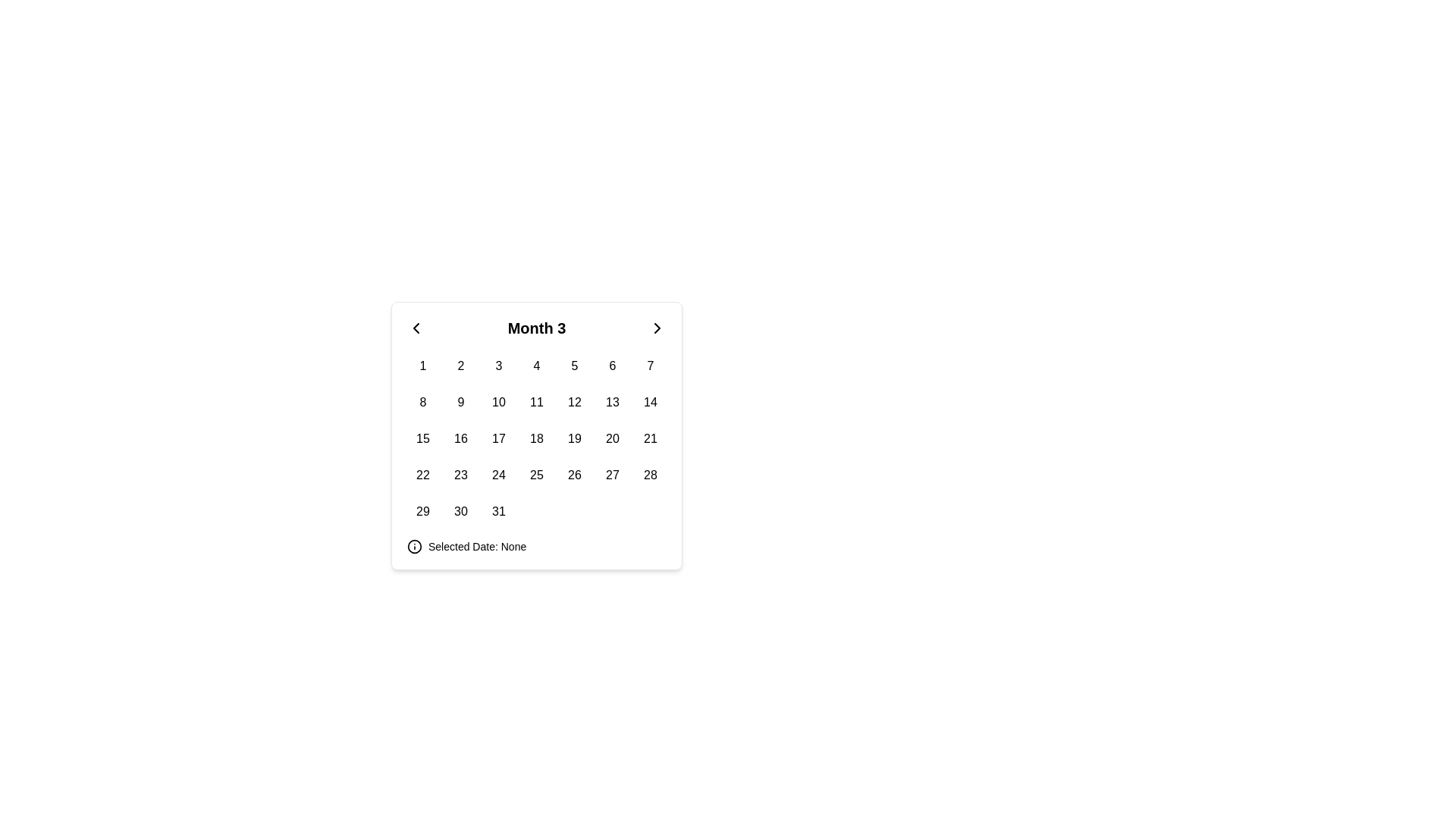  I want to click on the Calendar day cell displaying the number '30', so click(460, 512).